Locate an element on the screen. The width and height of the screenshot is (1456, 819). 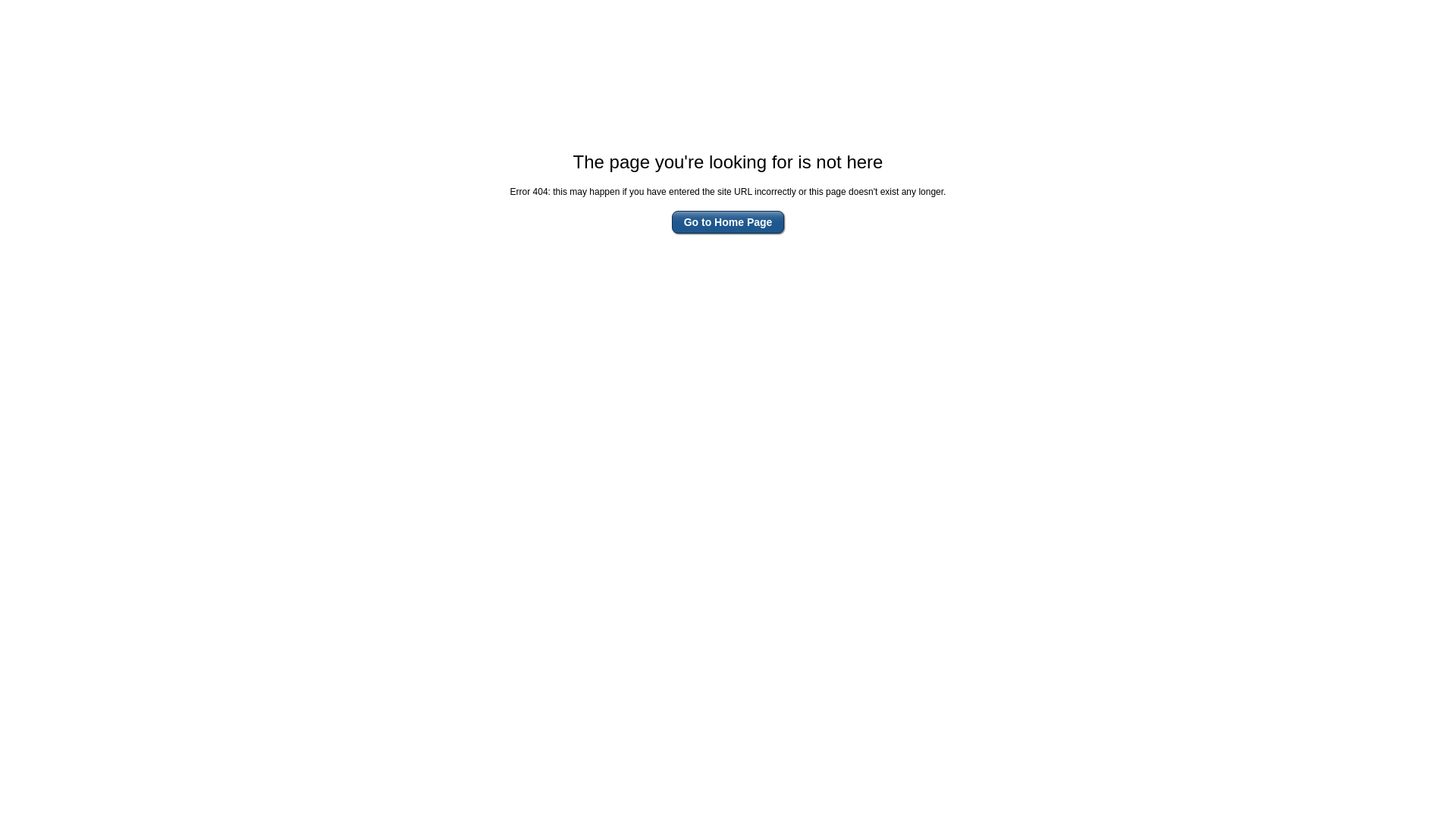
'Go to Home Page' is located at coordinates (728, 222).